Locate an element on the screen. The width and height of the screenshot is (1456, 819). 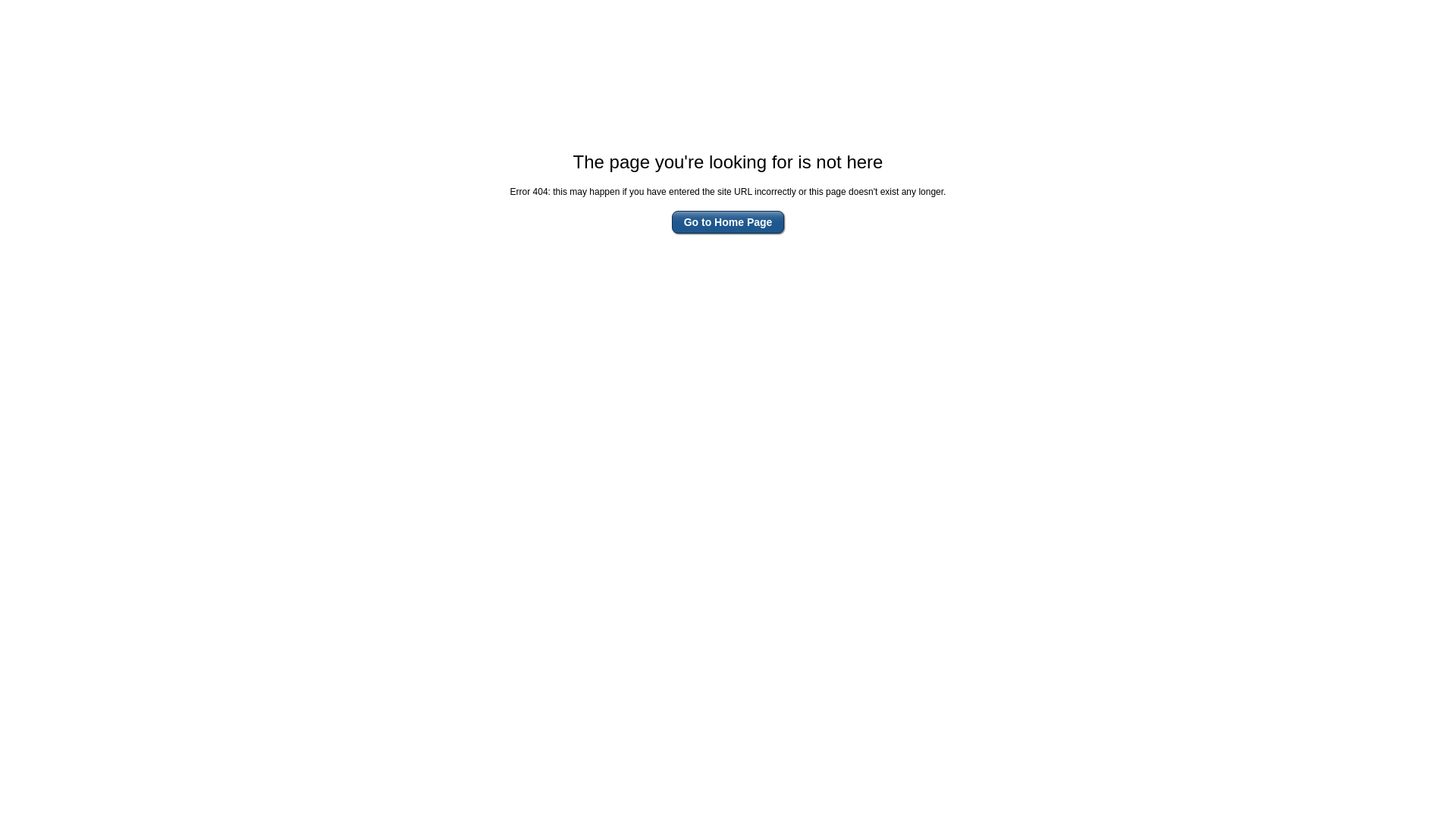
'Go to Home Page' is located at coordinates (728, 222).